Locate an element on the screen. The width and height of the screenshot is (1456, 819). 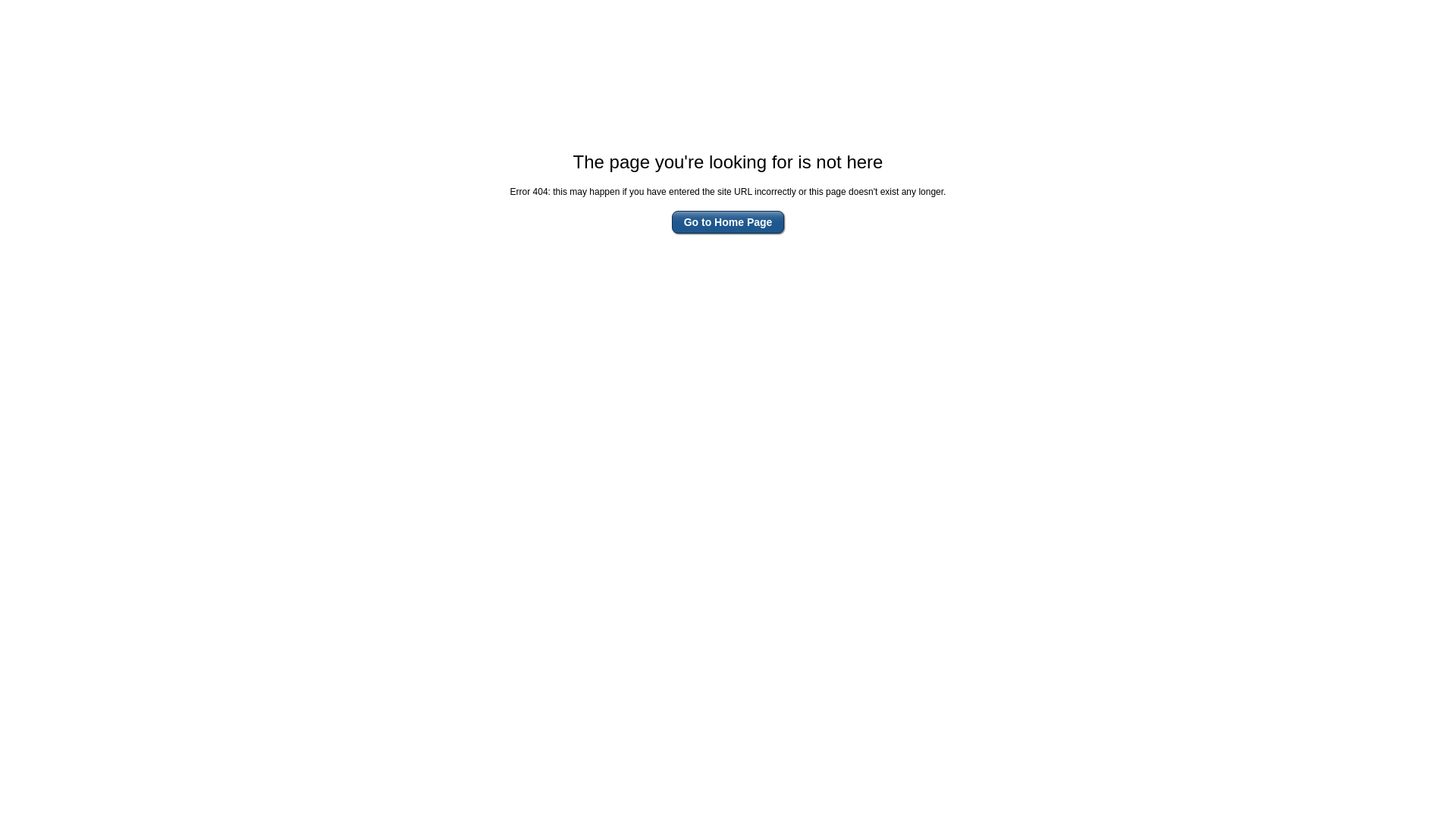
'Go to Home Page' is located at coordinates (728, 222).